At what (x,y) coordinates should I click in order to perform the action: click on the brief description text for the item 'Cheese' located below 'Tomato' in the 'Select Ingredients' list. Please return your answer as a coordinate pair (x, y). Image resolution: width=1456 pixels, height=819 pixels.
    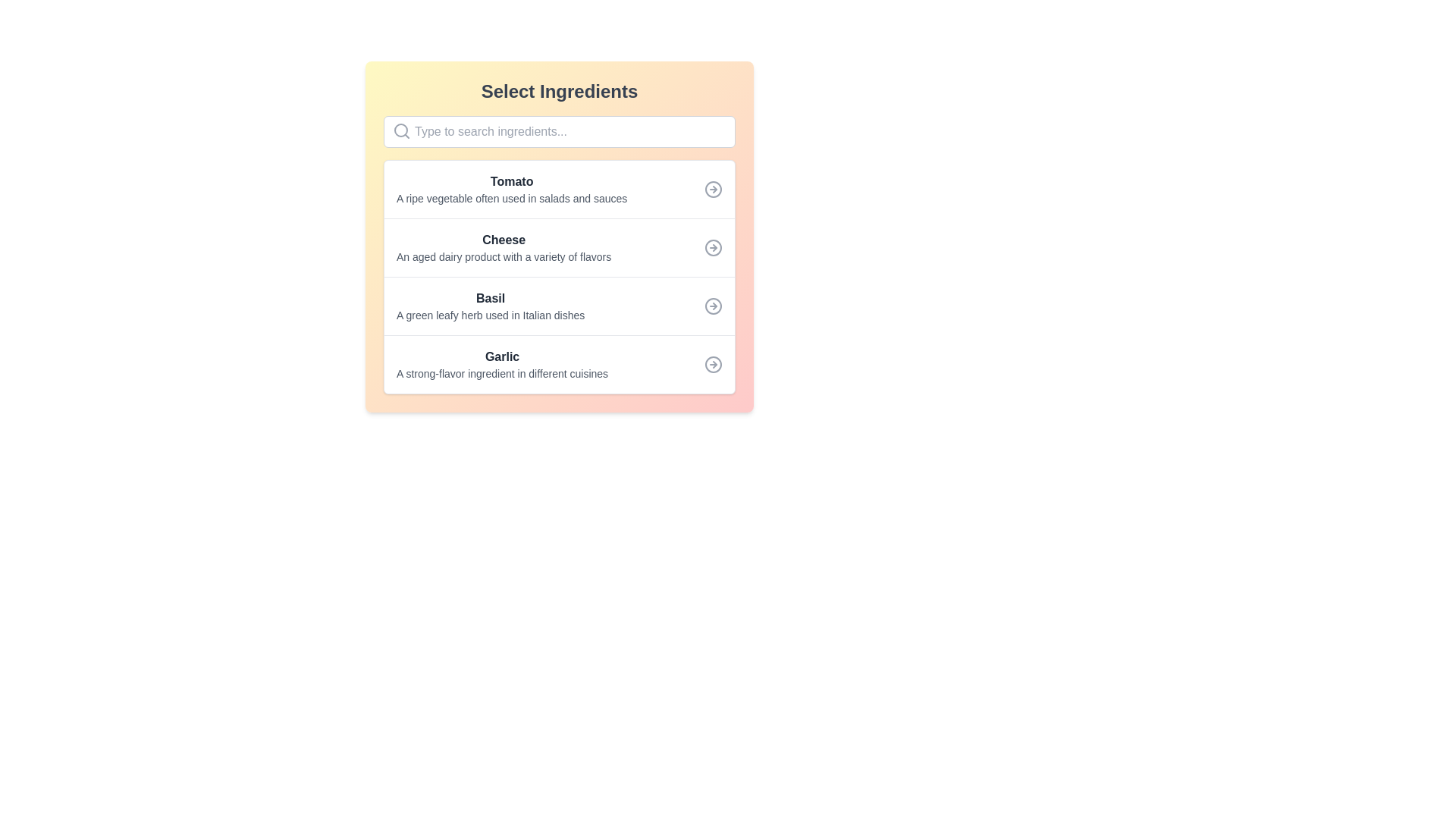
    Looking at the image, I should click on (504, 256).